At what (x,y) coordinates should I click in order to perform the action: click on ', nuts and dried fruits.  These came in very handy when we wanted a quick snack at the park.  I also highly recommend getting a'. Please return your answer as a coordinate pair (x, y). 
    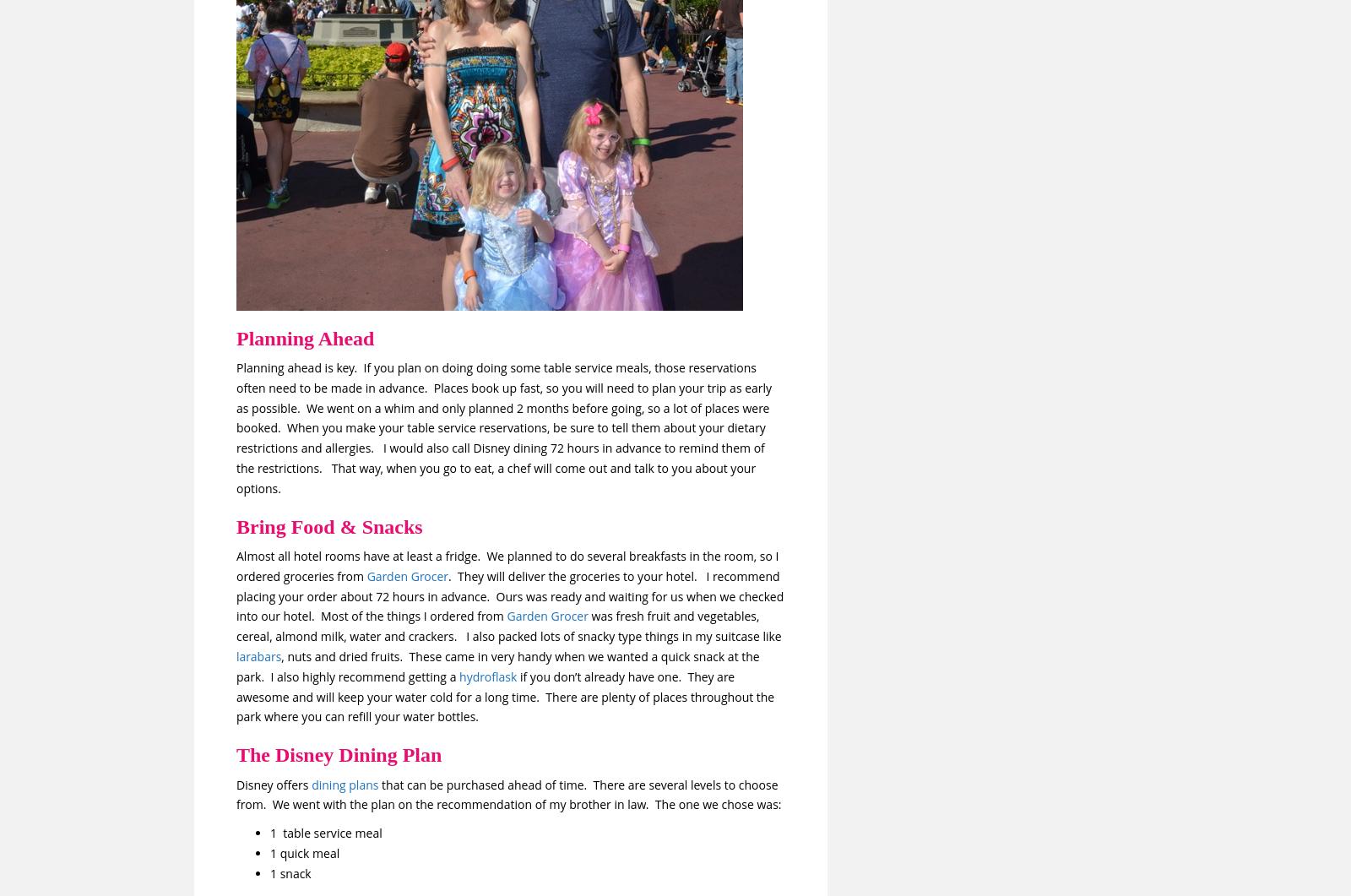
    Looking at the image, I should click on (496, 665).